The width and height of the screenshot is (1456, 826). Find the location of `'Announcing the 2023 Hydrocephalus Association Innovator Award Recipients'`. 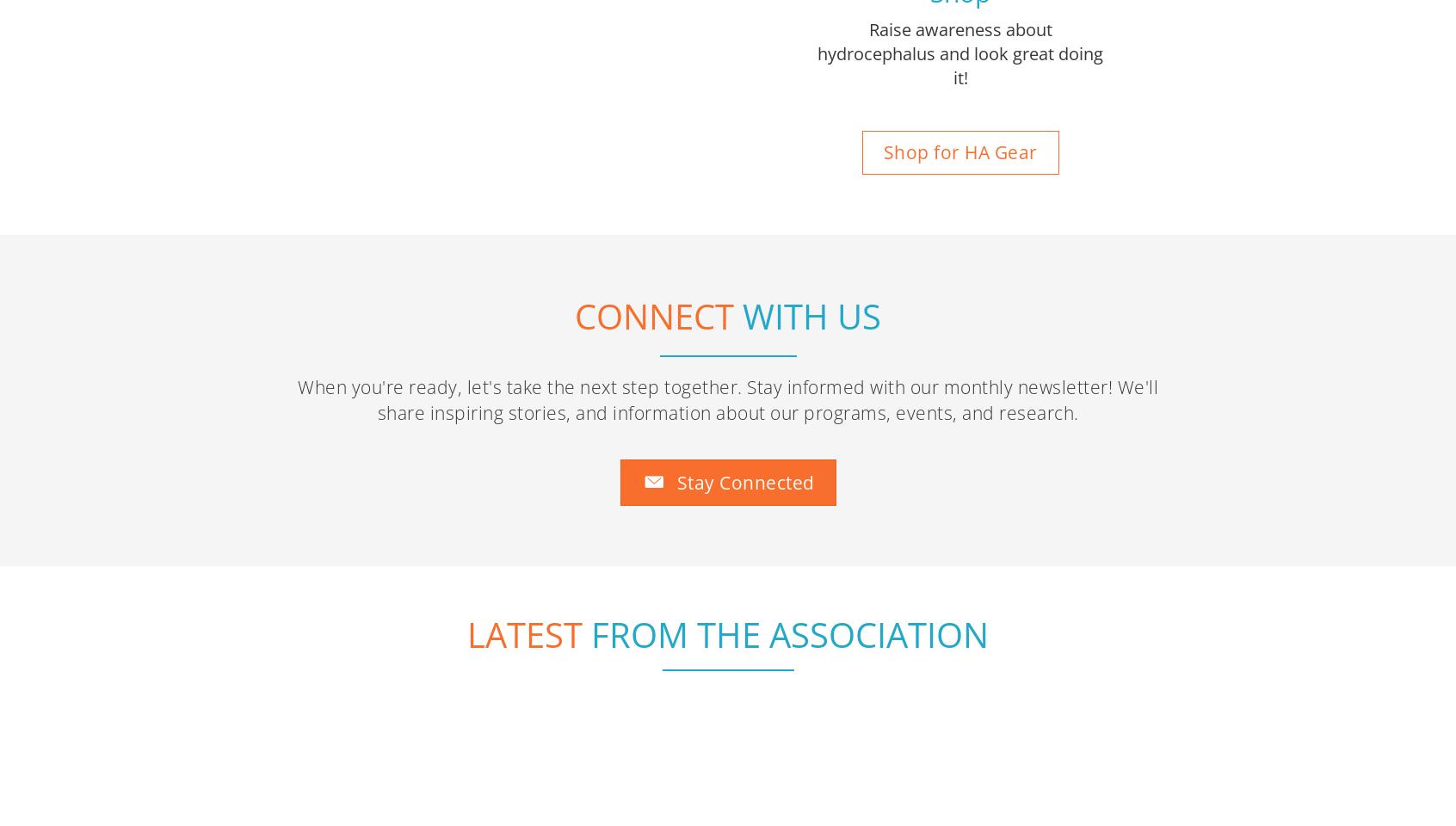

'Announcing the 2023 Hydrocephalus Association Innovator Award Recipients' is located at coordinates (297, 682).